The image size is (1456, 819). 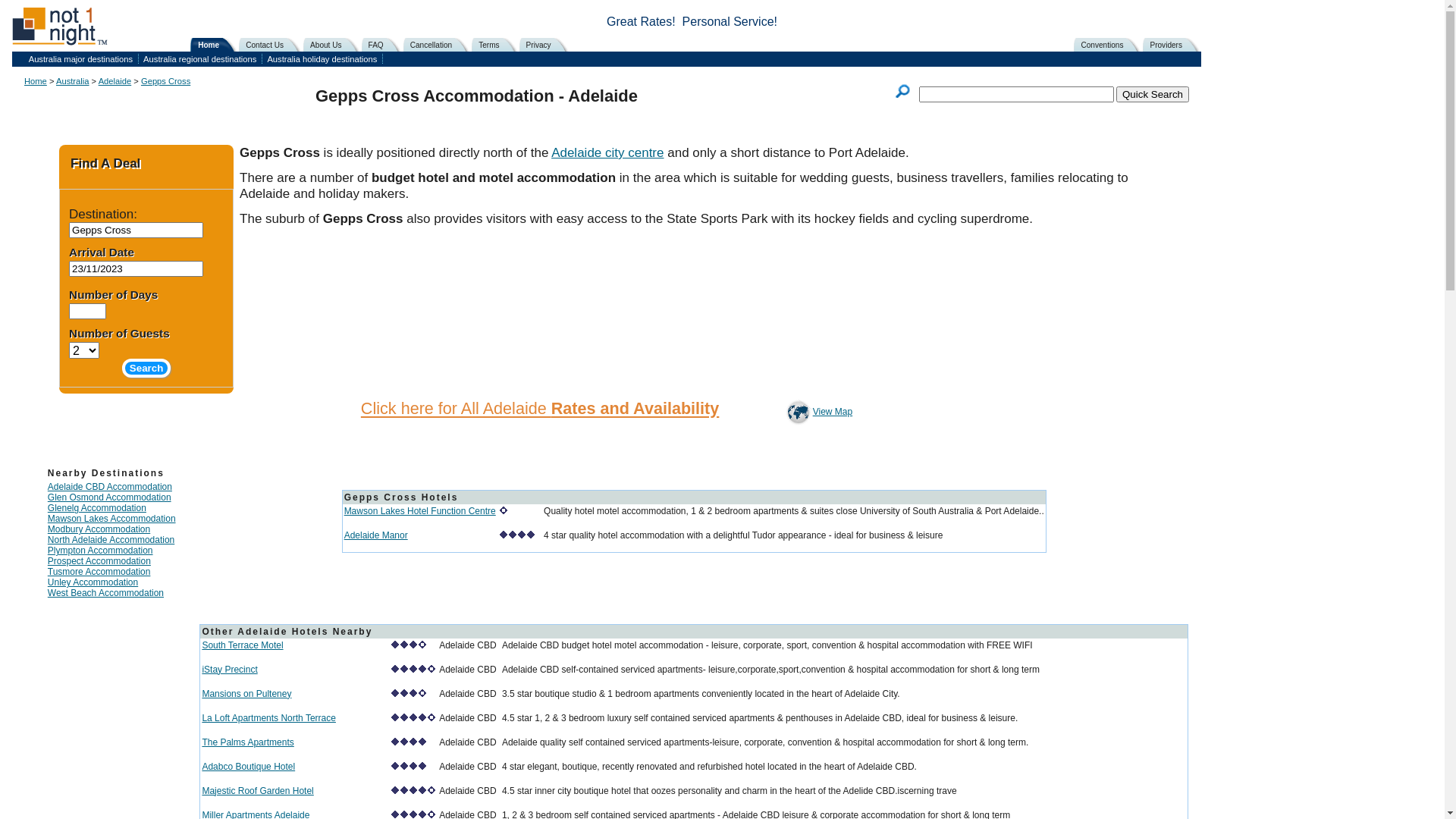 What do you see at coordinates (115, 81) in the screenshot?
I see `'Adelaide'` at bounding box center [115, 81].